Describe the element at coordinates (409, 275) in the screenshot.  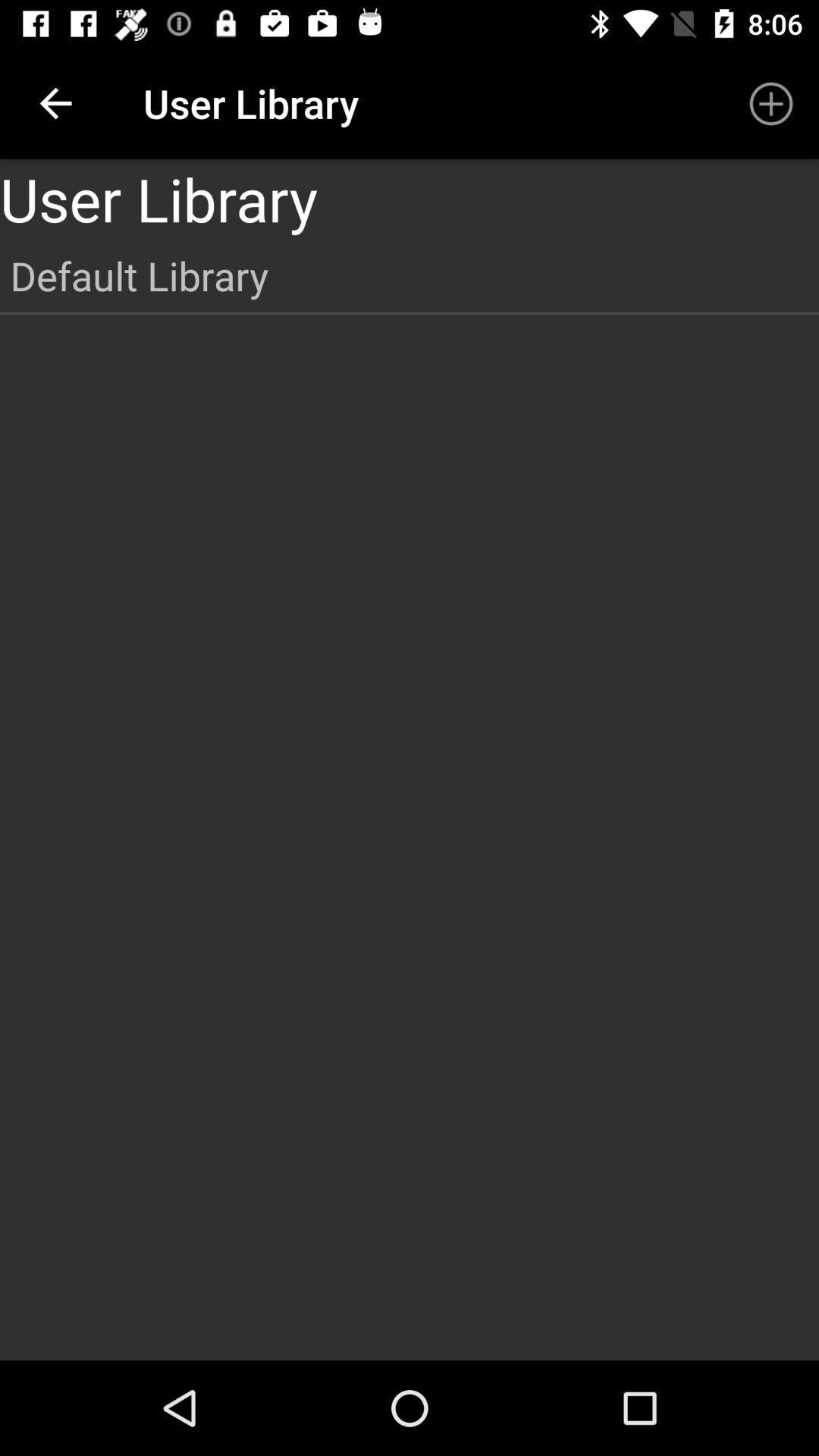
I see `the default library` at that location.